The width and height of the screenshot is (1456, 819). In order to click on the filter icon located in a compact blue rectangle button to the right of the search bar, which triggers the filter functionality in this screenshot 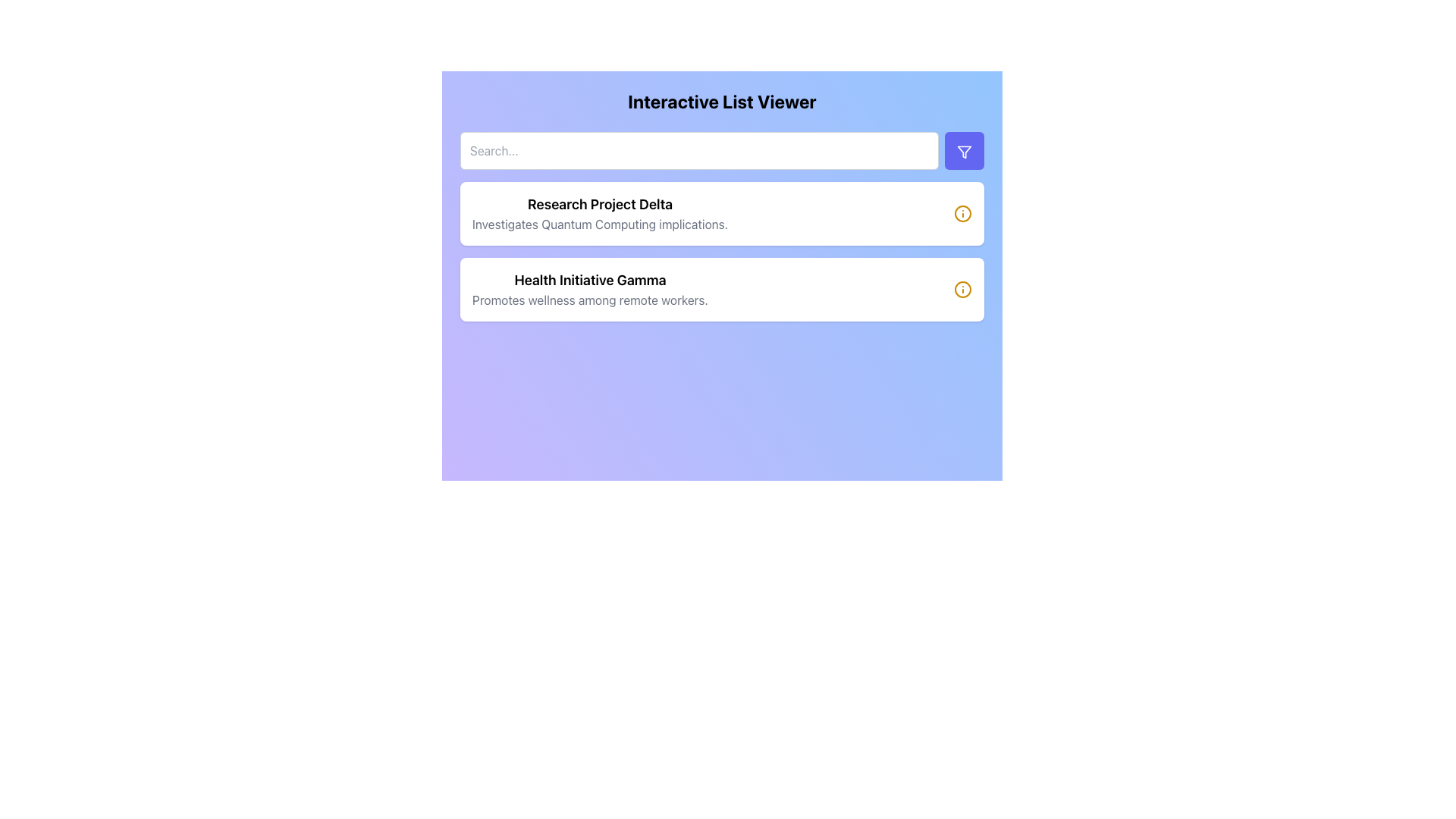, I will do `click(964, 152)`.